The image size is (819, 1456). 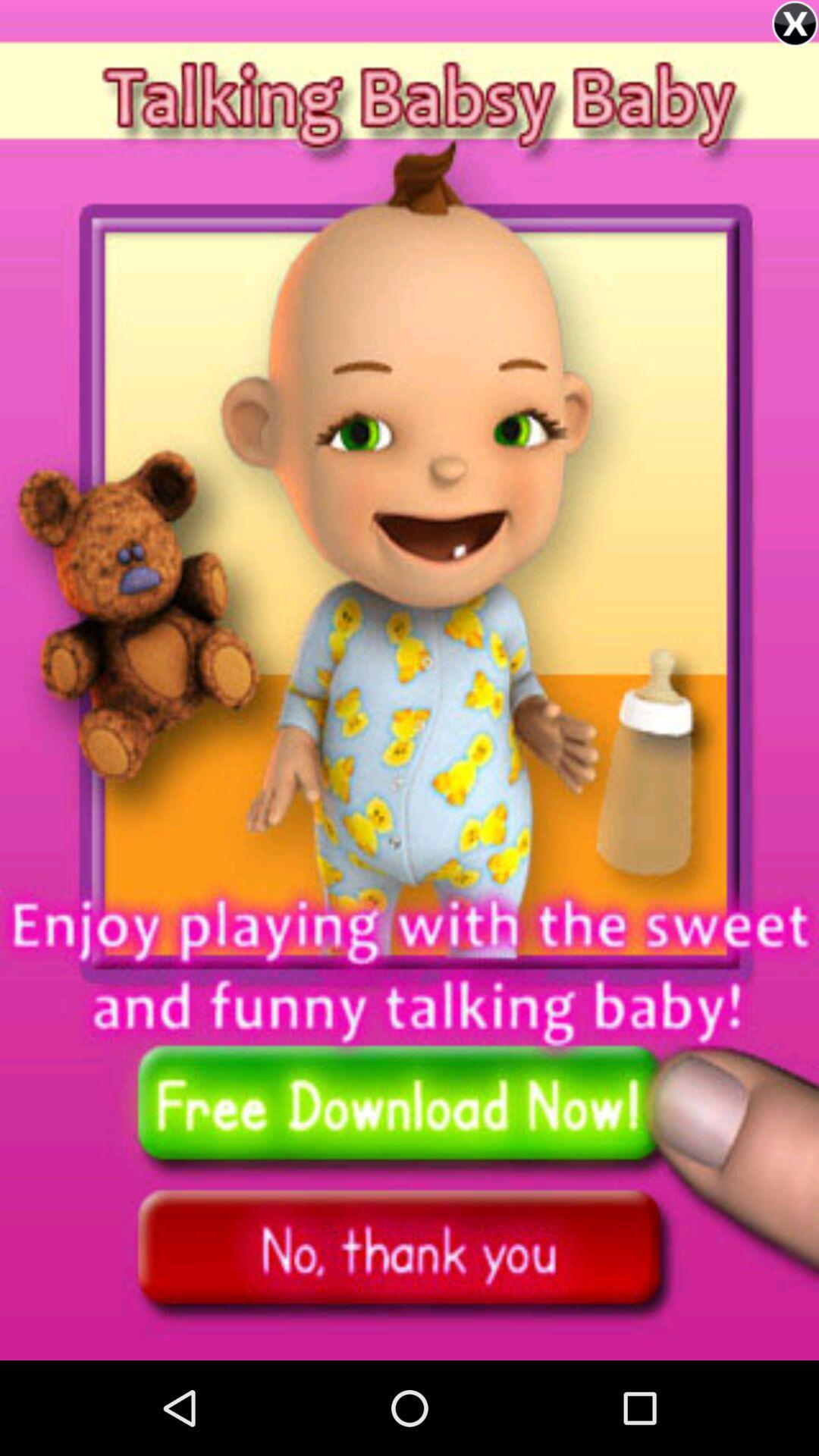 What do you see at coordinates (794, 24) in the screenshot?
I see `window` at bounding box center [794, 24].